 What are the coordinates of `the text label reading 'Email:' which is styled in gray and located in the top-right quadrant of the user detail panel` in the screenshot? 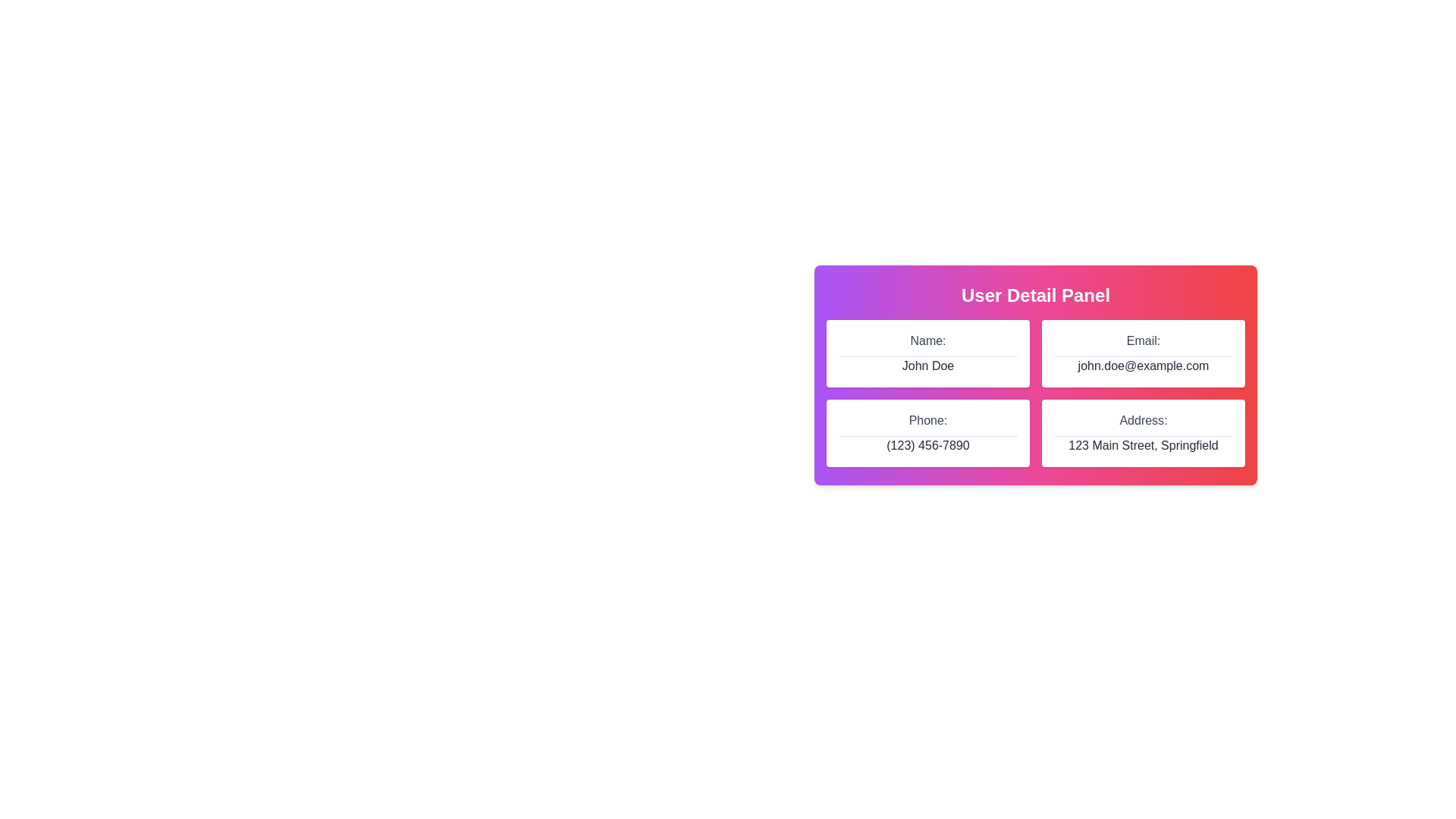 It's located at (1143, 341).